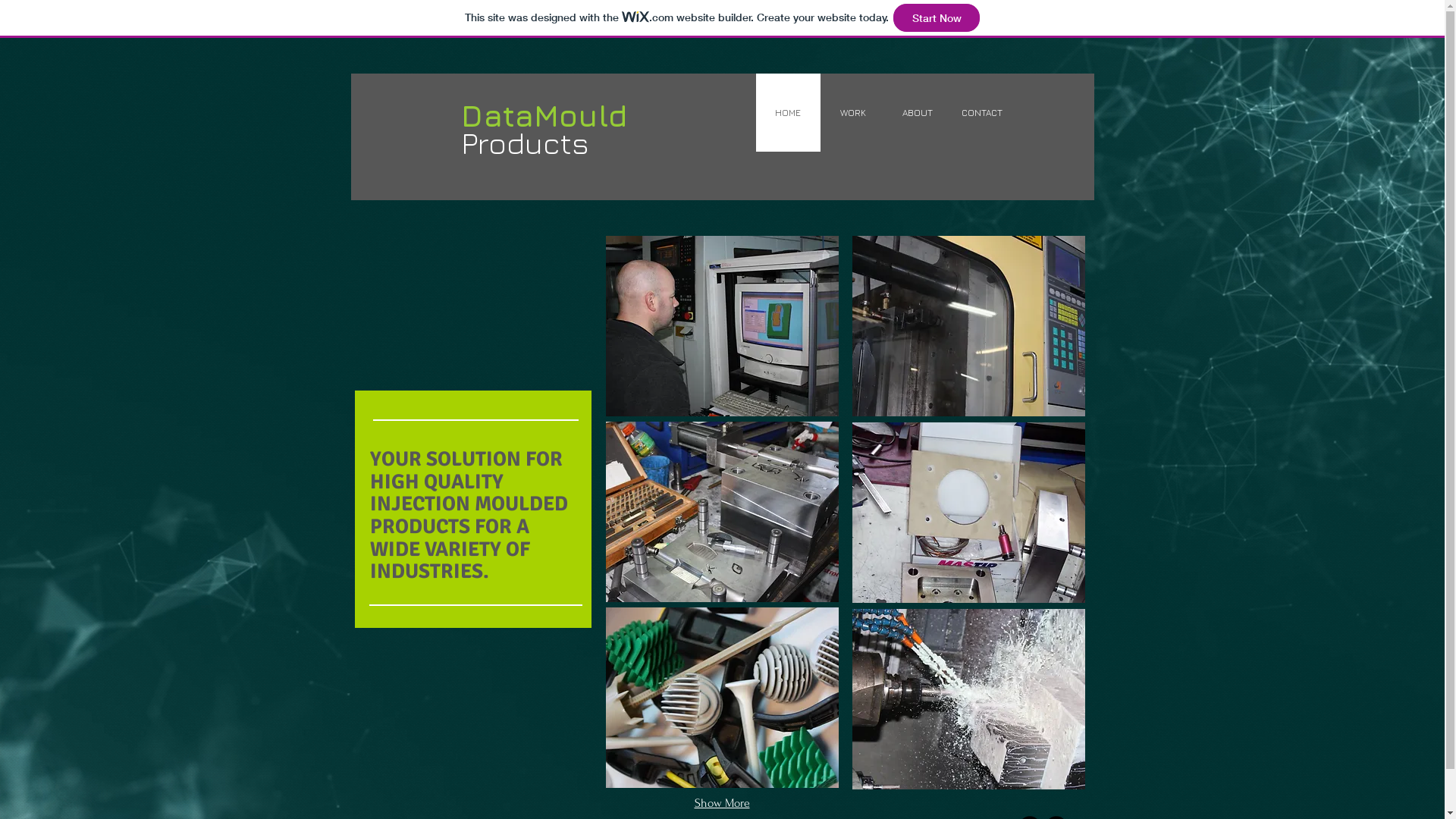 The width and height of the screenshot is (1456, 819). What do you see at coordinates (852, 111) in the screenshot?
I see `'WORK'` at bounding box center [852, 111].